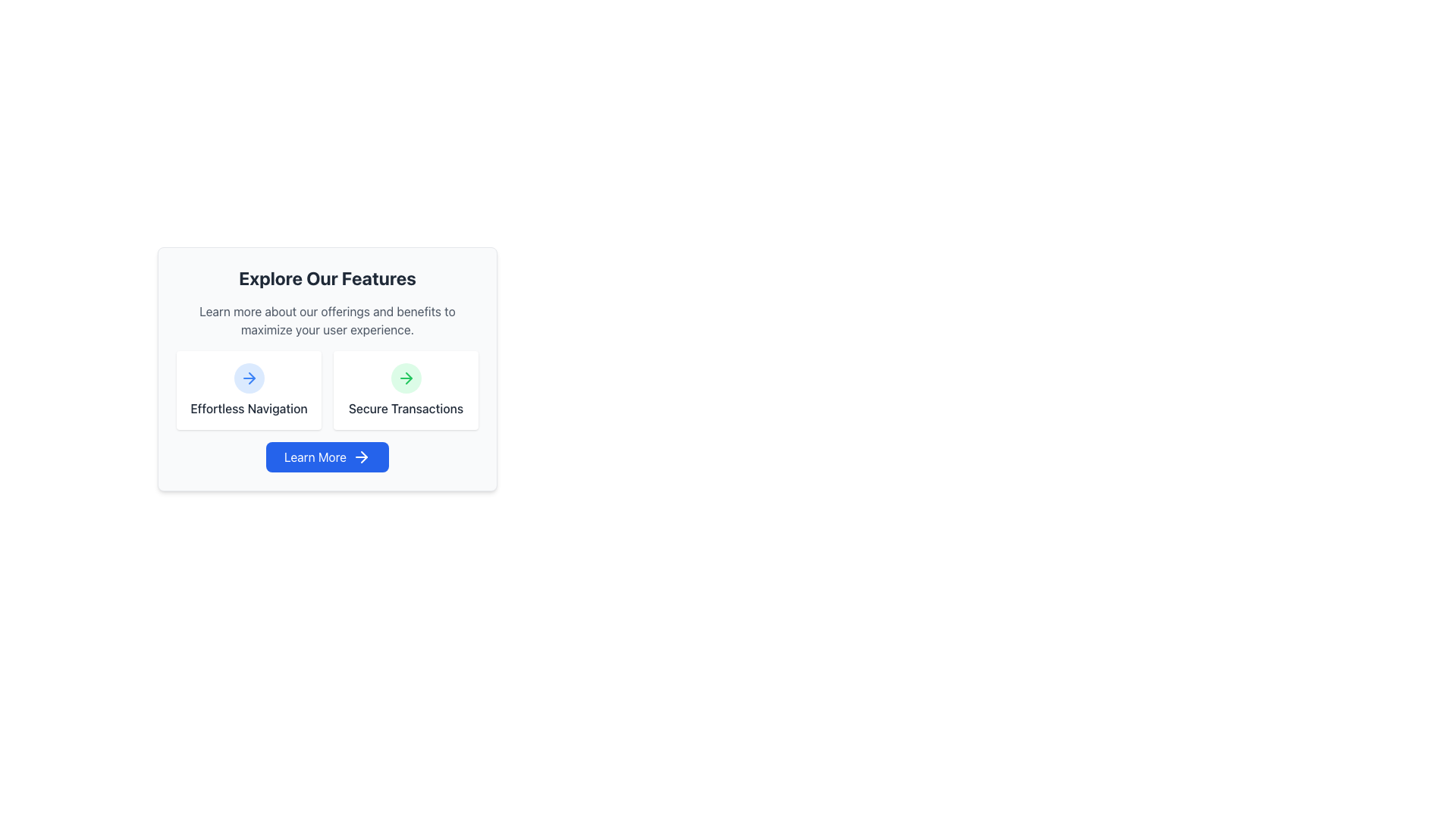 This screenshot has height=819, width=1456. What do you see at coordinates (249, 377) in the screenshot?
I see `the circular blue icon with a rightward arrow located at the top-left corner of the 'Effortless Navigation' card` at bounding box center [249, 377].